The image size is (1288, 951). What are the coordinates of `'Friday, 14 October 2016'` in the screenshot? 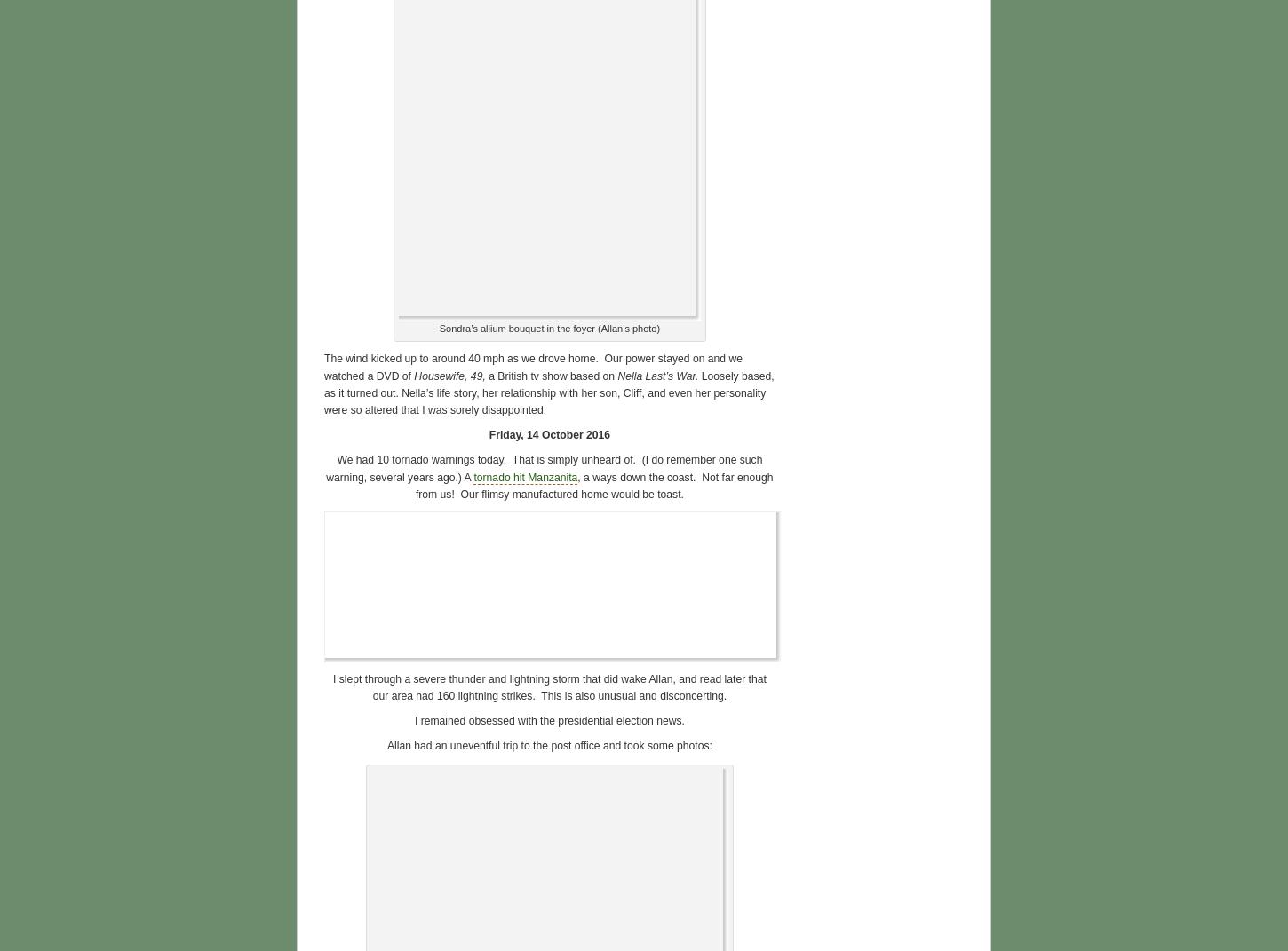 It's located at (548, 433).